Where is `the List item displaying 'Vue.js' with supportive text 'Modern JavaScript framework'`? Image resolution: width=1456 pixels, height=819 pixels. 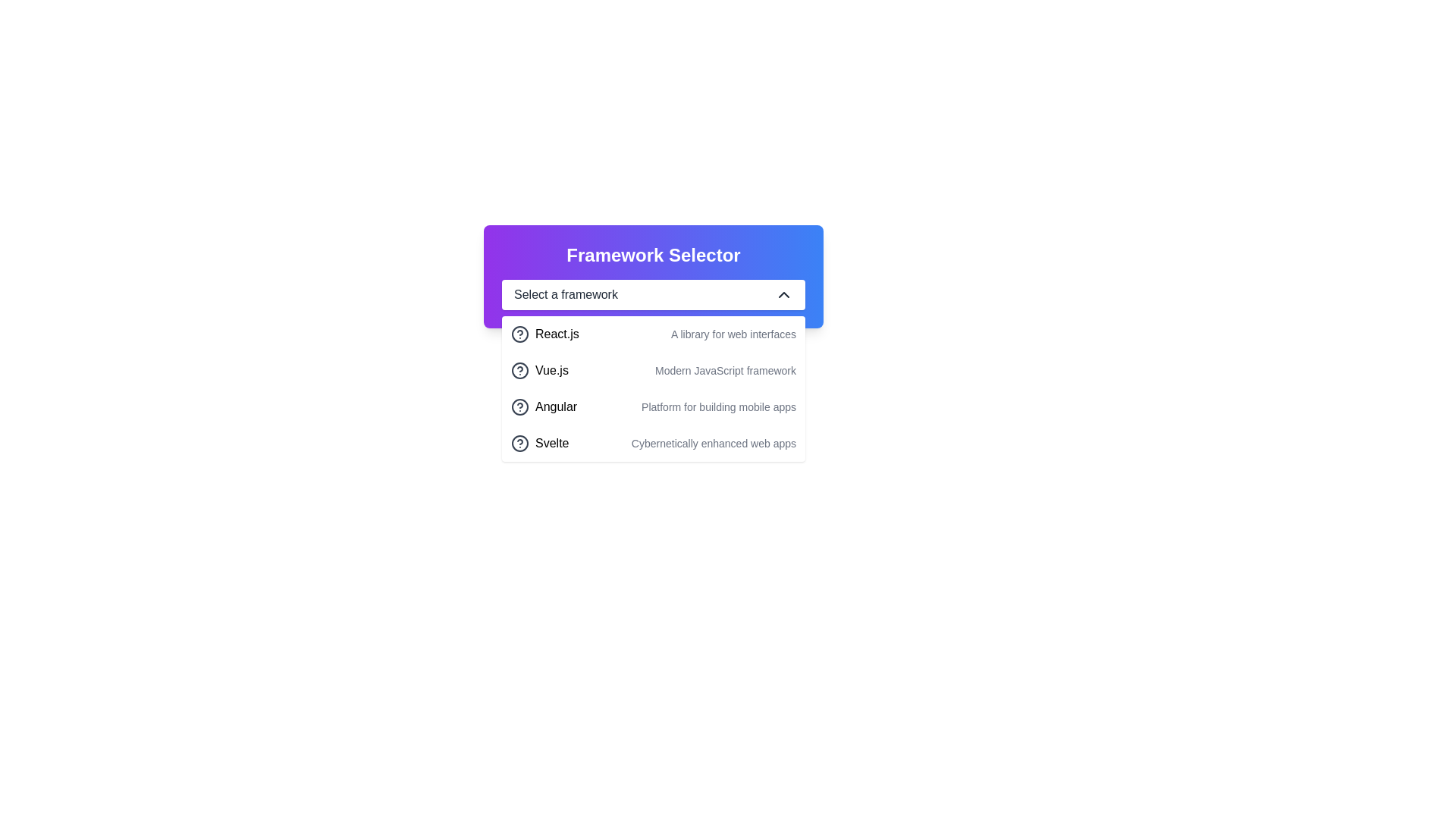
the List item displaying 'Vue.js' with supportive text 'Modern JavaScript framework' is located at coordinates (654, 371).